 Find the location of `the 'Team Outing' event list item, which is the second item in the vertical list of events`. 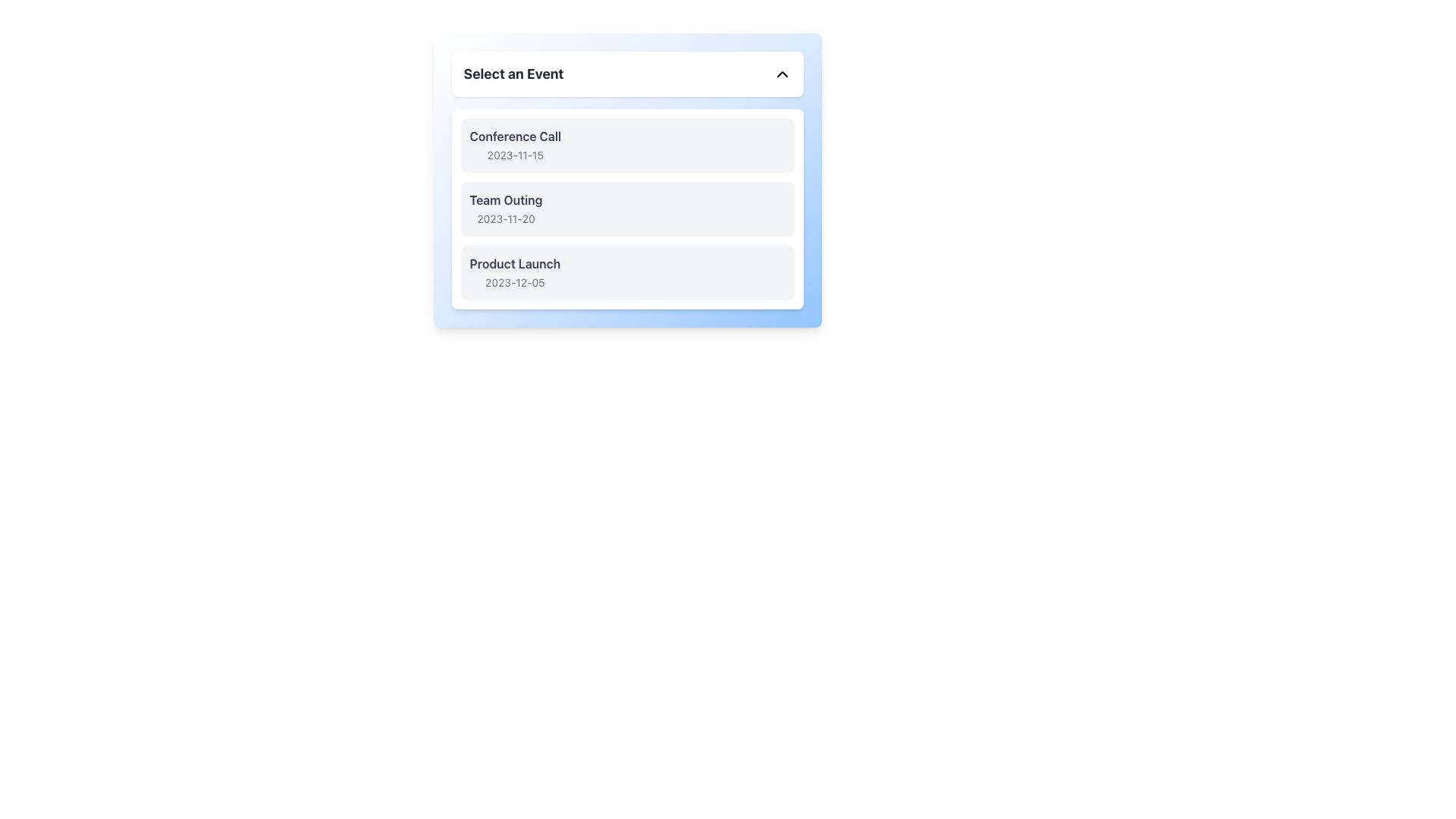

the 'Team Outing' event list item, which is the second item in the vertical list of events is located at coordinates (627, 209).